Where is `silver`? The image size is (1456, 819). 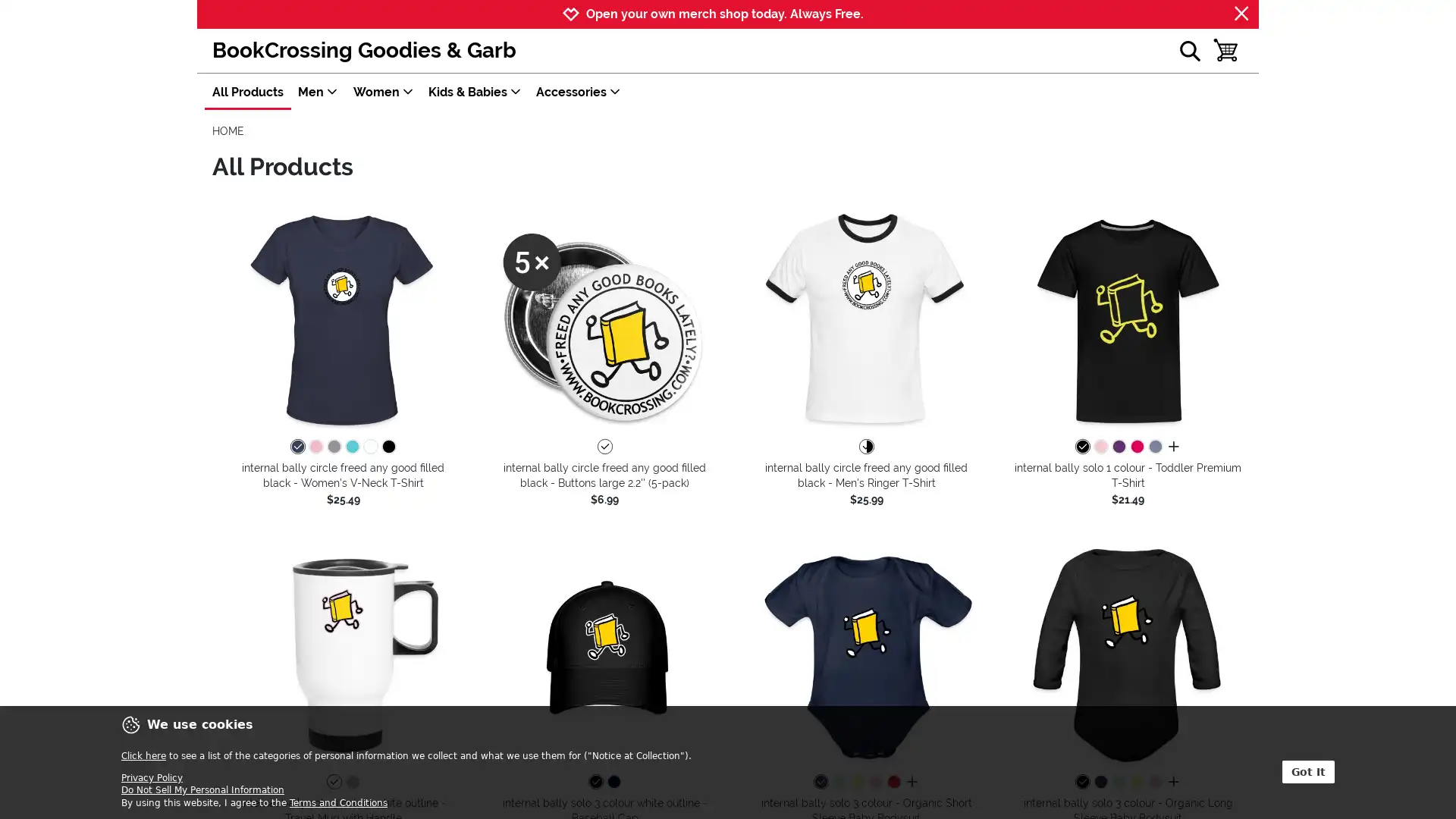 silver is located at coordinates (351, 783).